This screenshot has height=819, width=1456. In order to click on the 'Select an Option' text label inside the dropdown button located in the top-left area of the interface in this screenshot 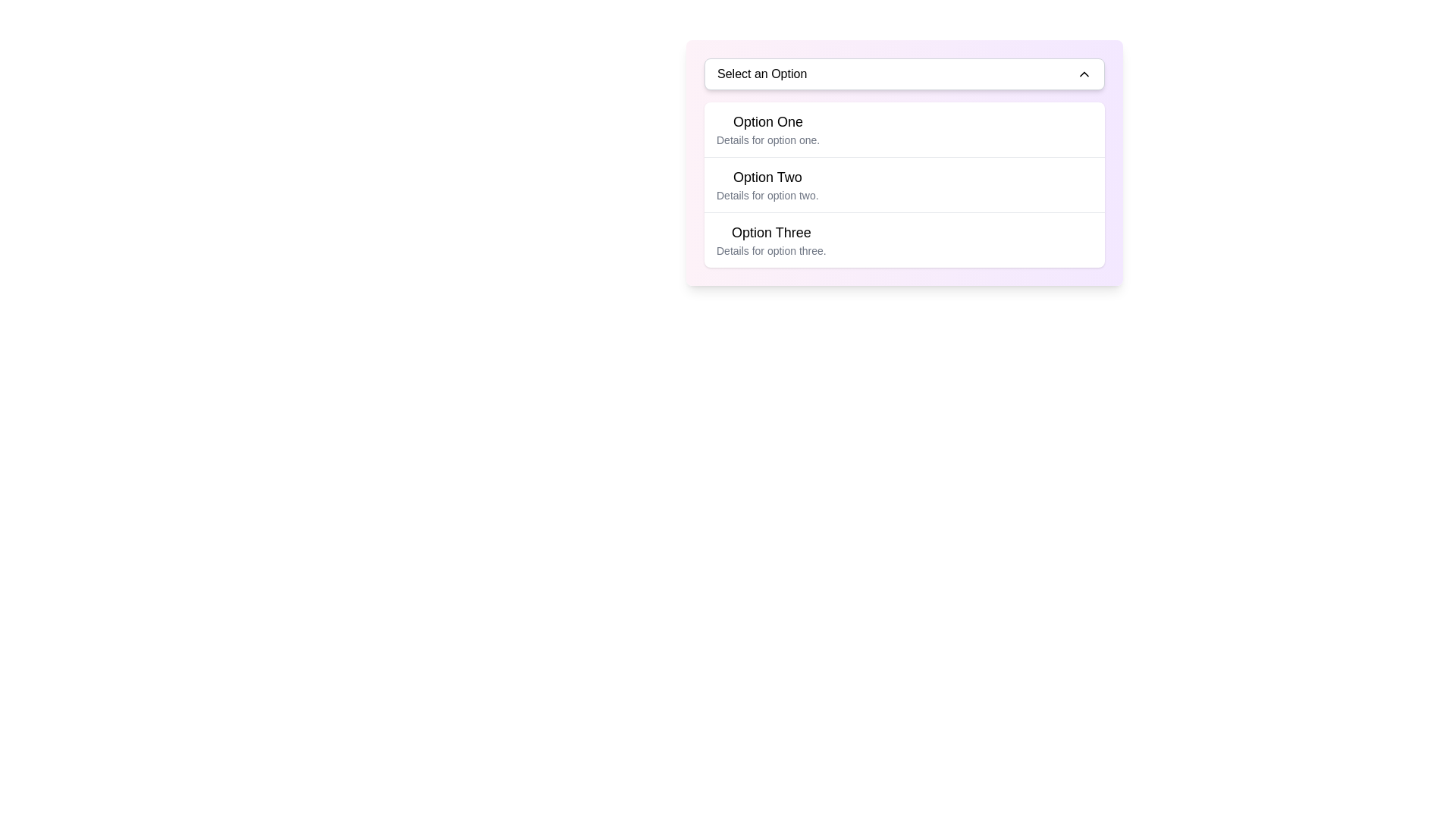, I will do `click(762, 74)`.